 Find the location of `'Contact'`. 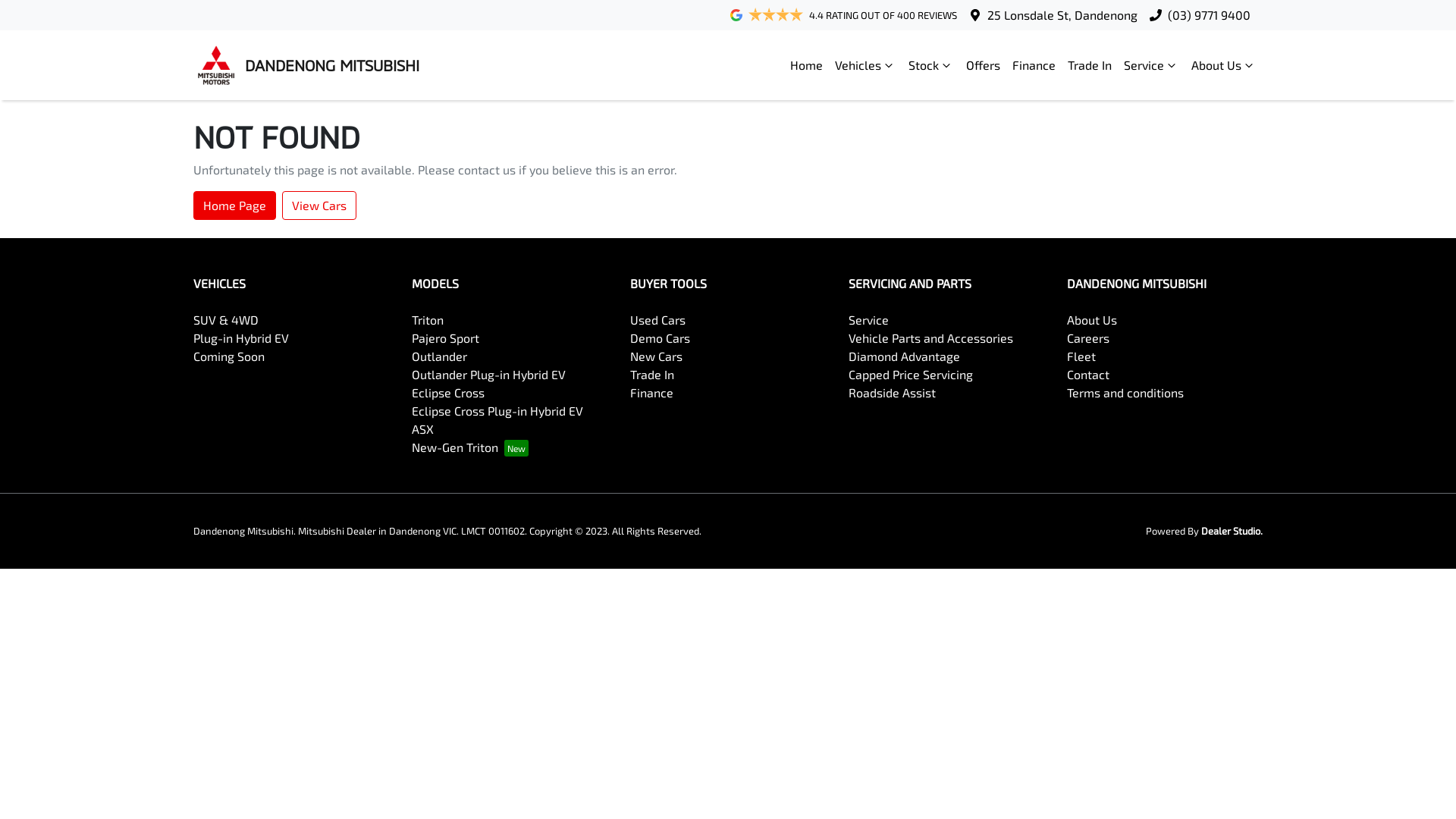

'Contact' is located at coordinates (1087, 374).